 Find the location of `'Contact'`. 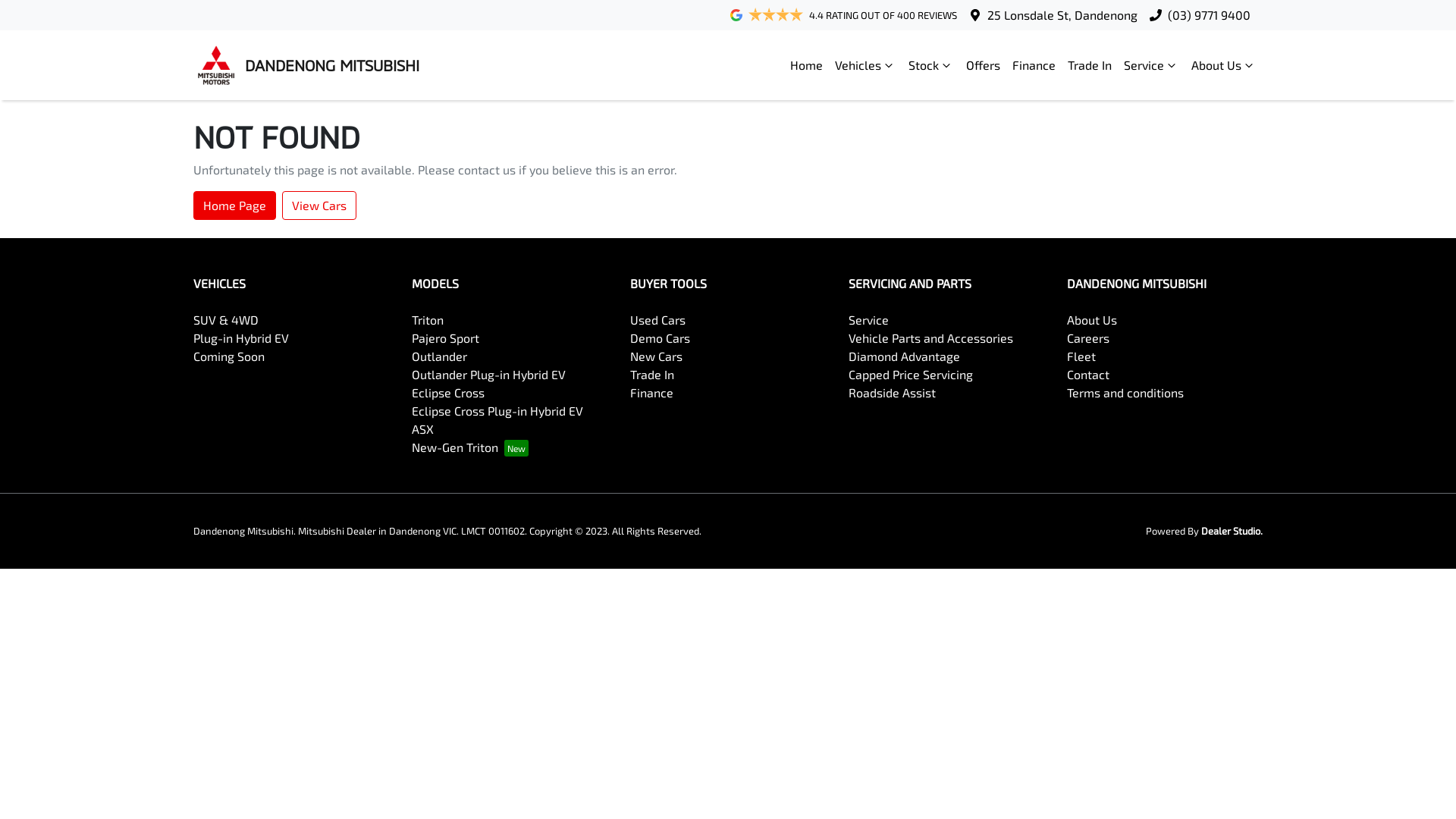

'Contact' is located at coordinates (1087, 374).